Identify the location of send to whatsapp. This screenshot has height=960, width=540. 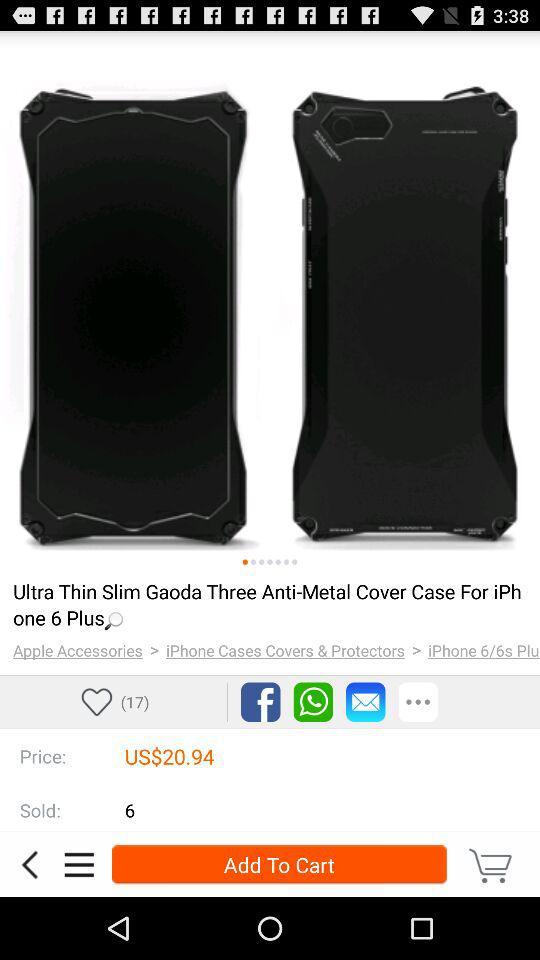
(313, 702).